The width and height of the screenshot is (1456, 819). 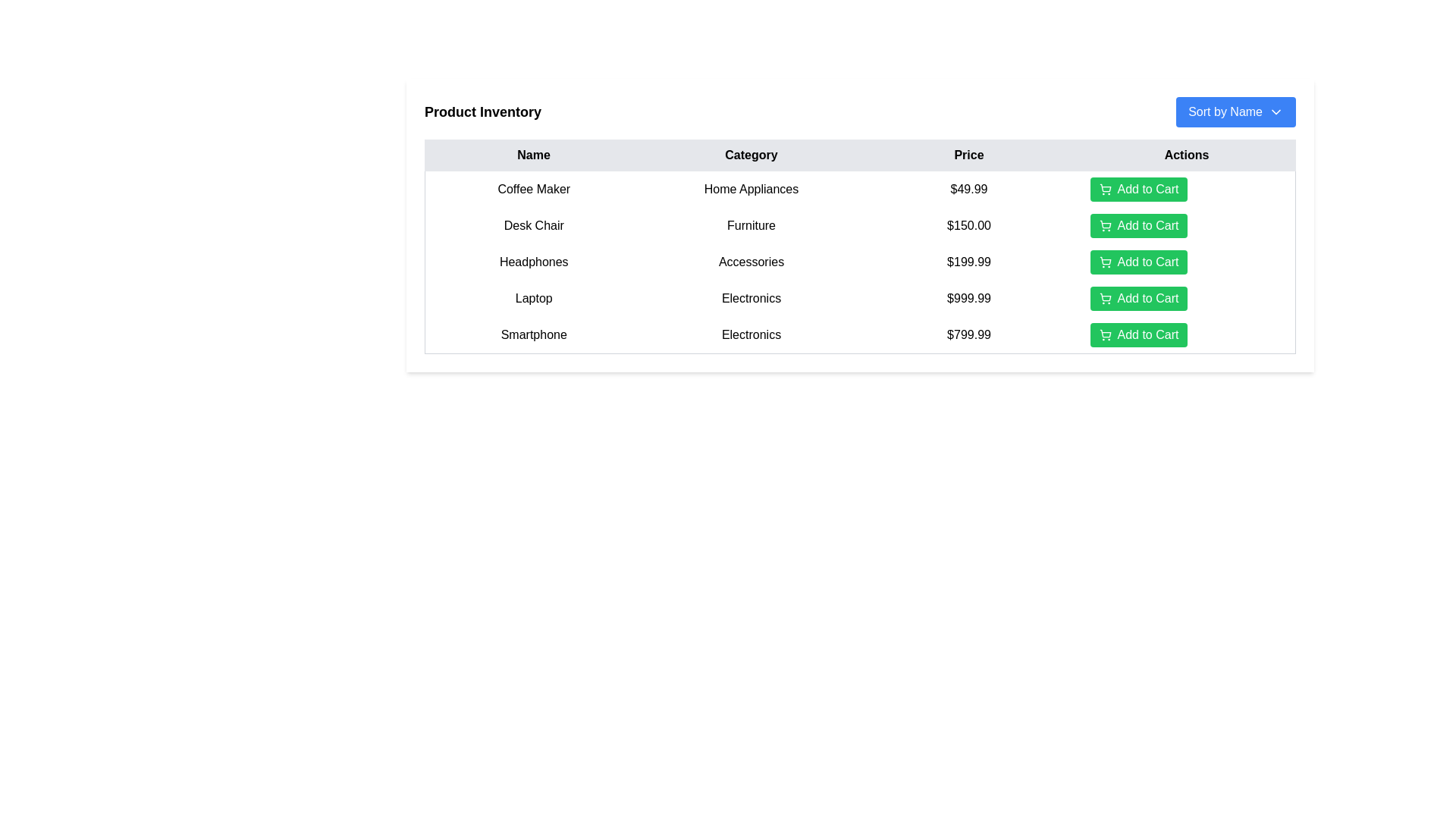 I want to click on the 'Electronics' text label located in the last row of the table under the 'Category' column, which is the second column from the left, so click(x=751, y=334).